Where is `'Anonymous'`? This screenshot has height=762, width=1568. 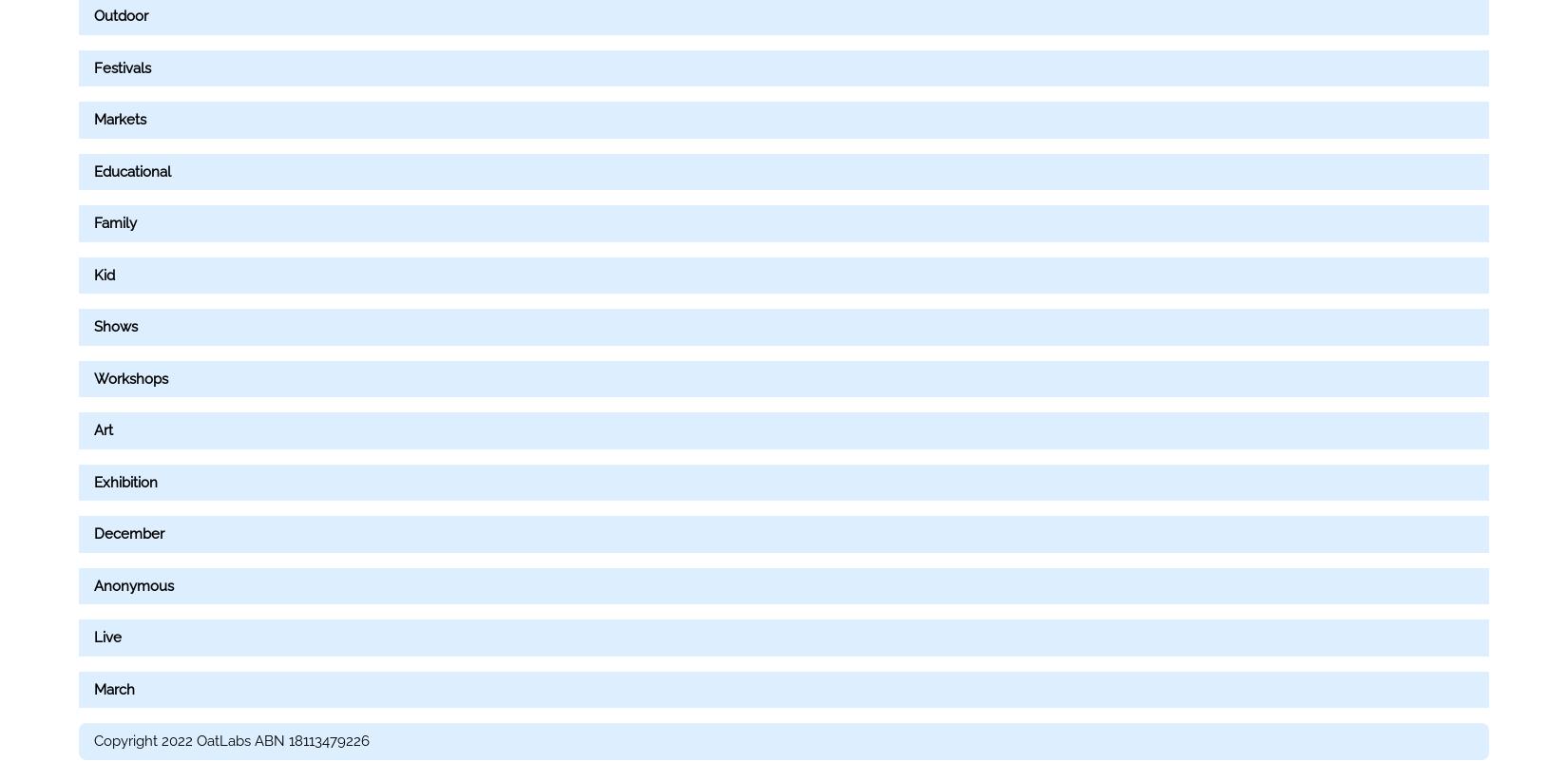
'Anonymous' is located at coordinates (134, 584).